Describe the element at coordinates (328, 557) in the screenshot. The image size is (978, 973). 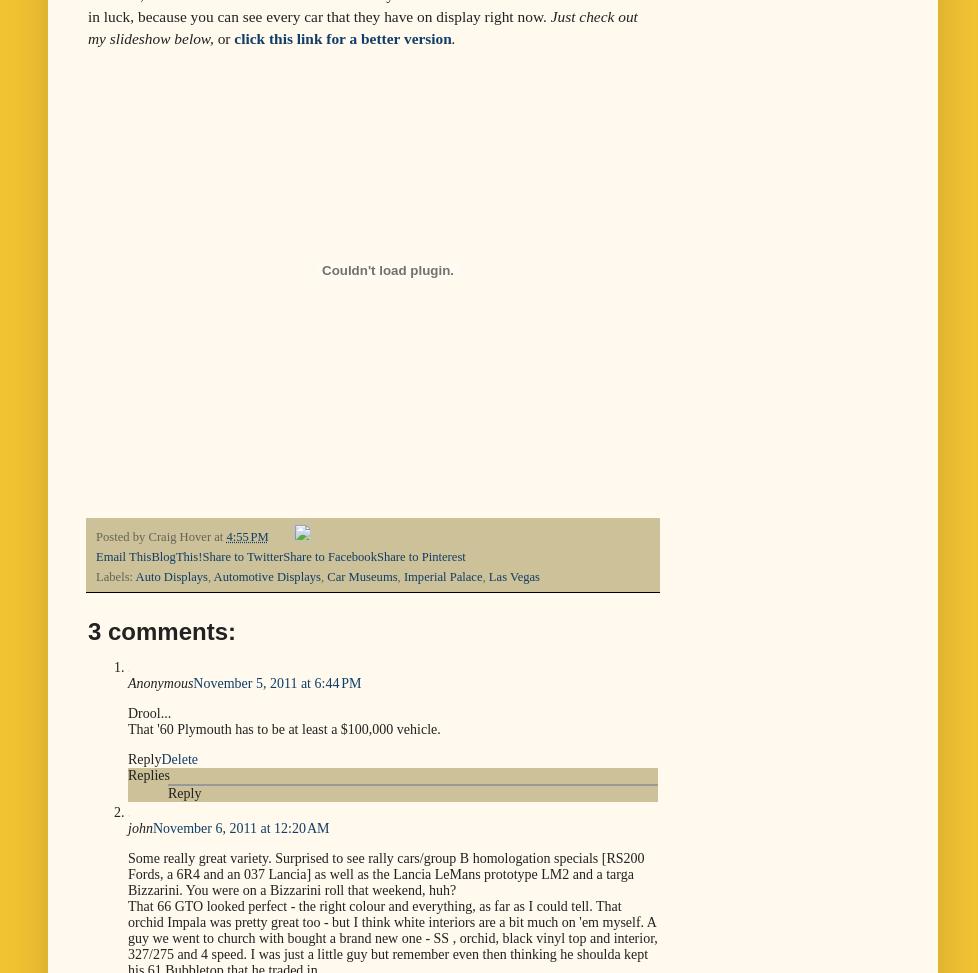
I see `'Share to Facebook'` at that location.